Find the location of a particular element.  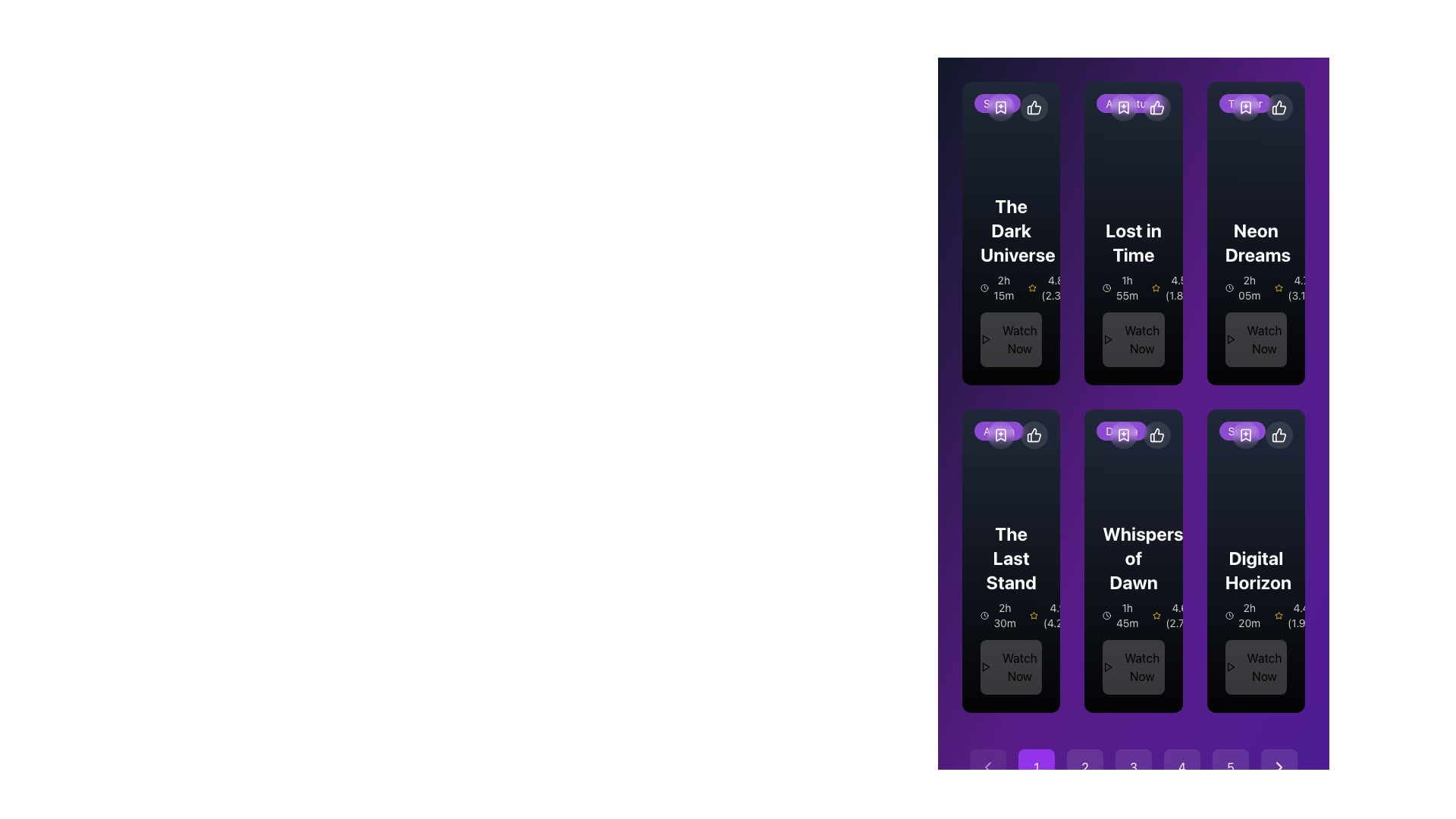

the title text label that displays the name of the media or content item, which is centrally located in its column within a 3-column grid layout, positioned above the duration and rating details is located at coordinates (1133, 558).